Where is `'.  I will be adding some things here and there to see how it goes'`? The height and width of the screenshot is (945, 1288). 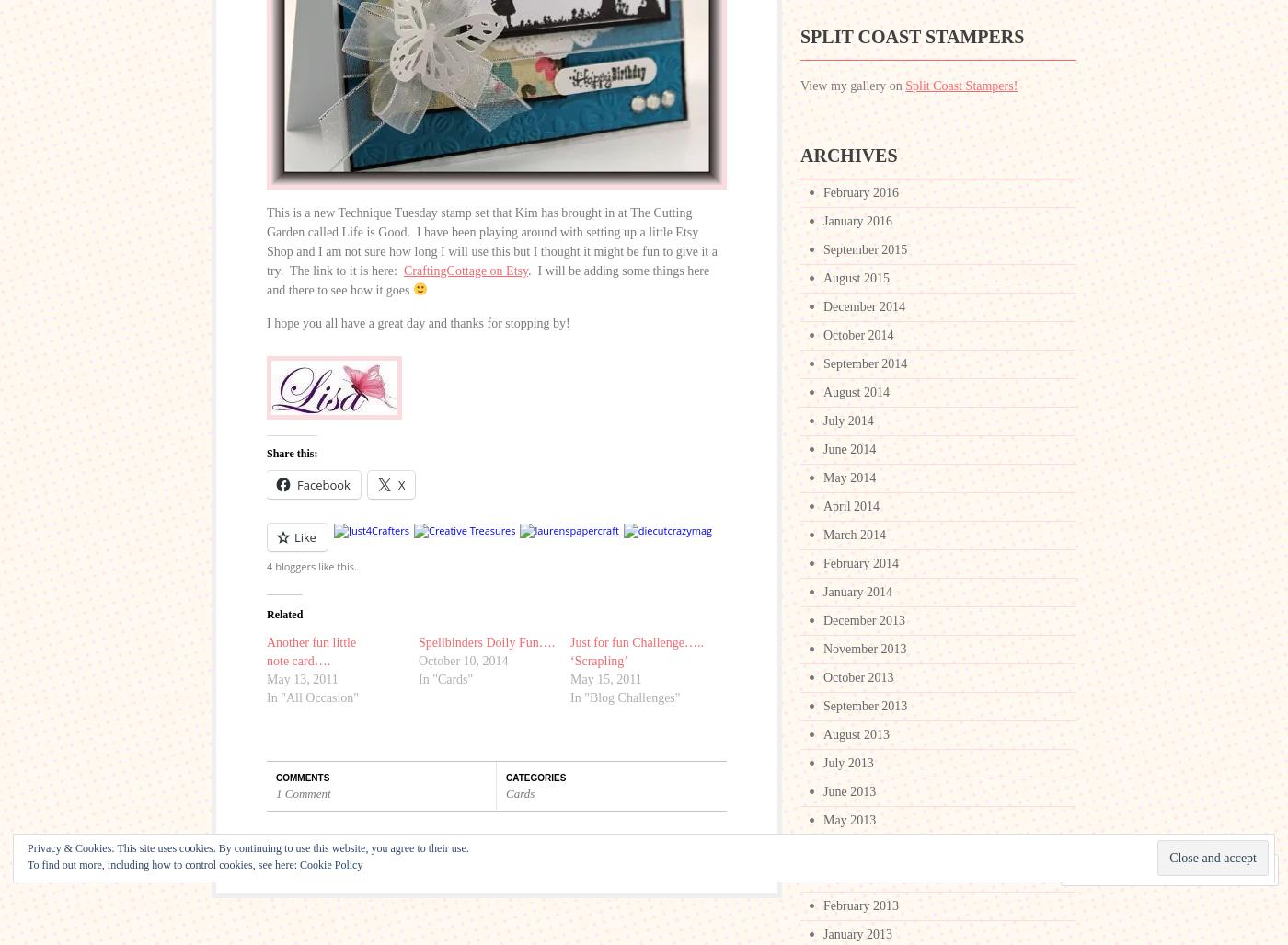
'.  I will be adding some things here and there to see how it goes' is located at coordinates (488, 280).